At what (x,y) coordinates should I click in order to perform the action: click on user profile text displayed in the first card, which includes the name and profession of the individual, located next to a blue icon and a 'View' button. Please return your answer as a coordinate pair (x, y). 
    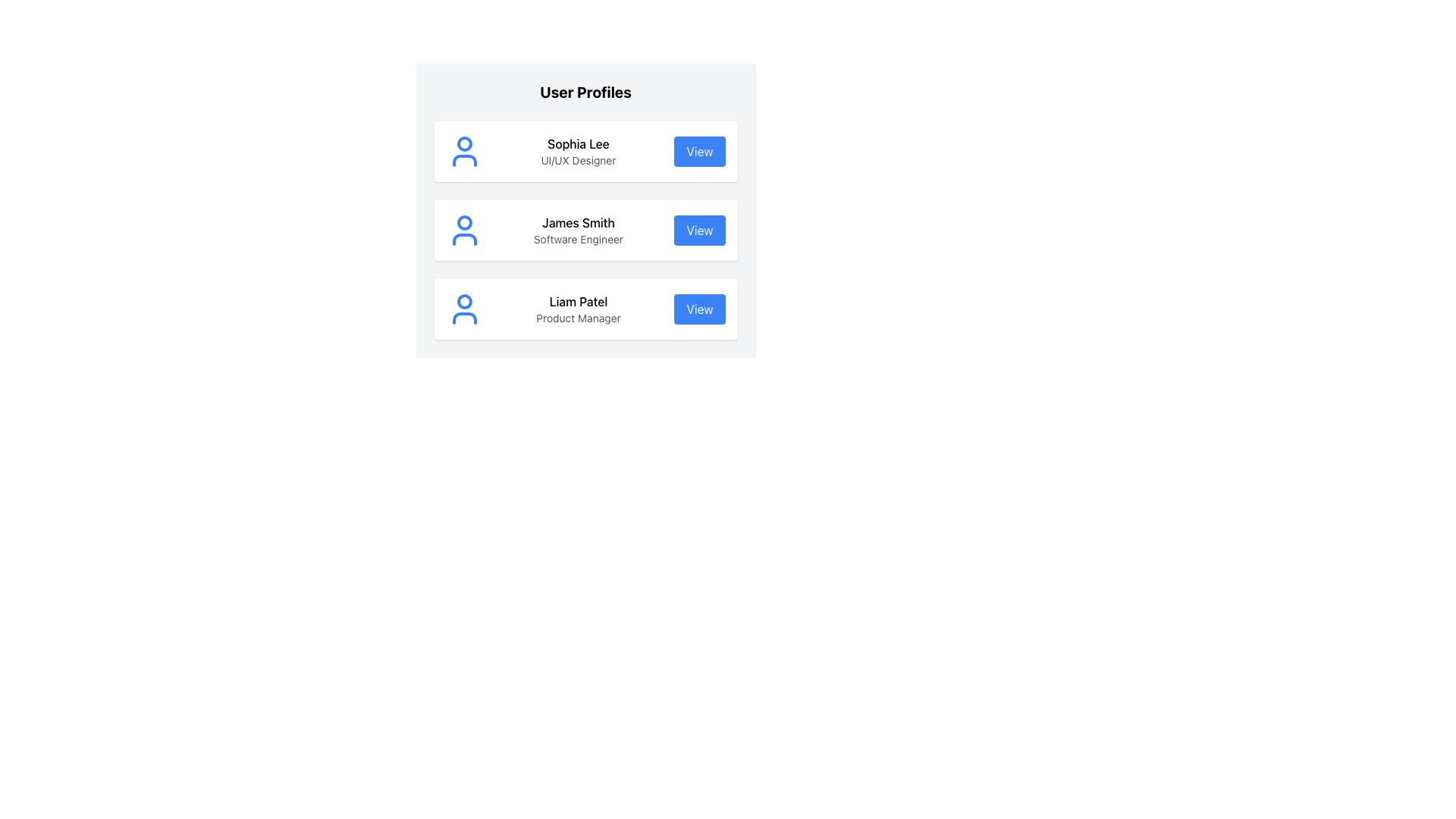
    Looking at the image, I should click on (578, 152).